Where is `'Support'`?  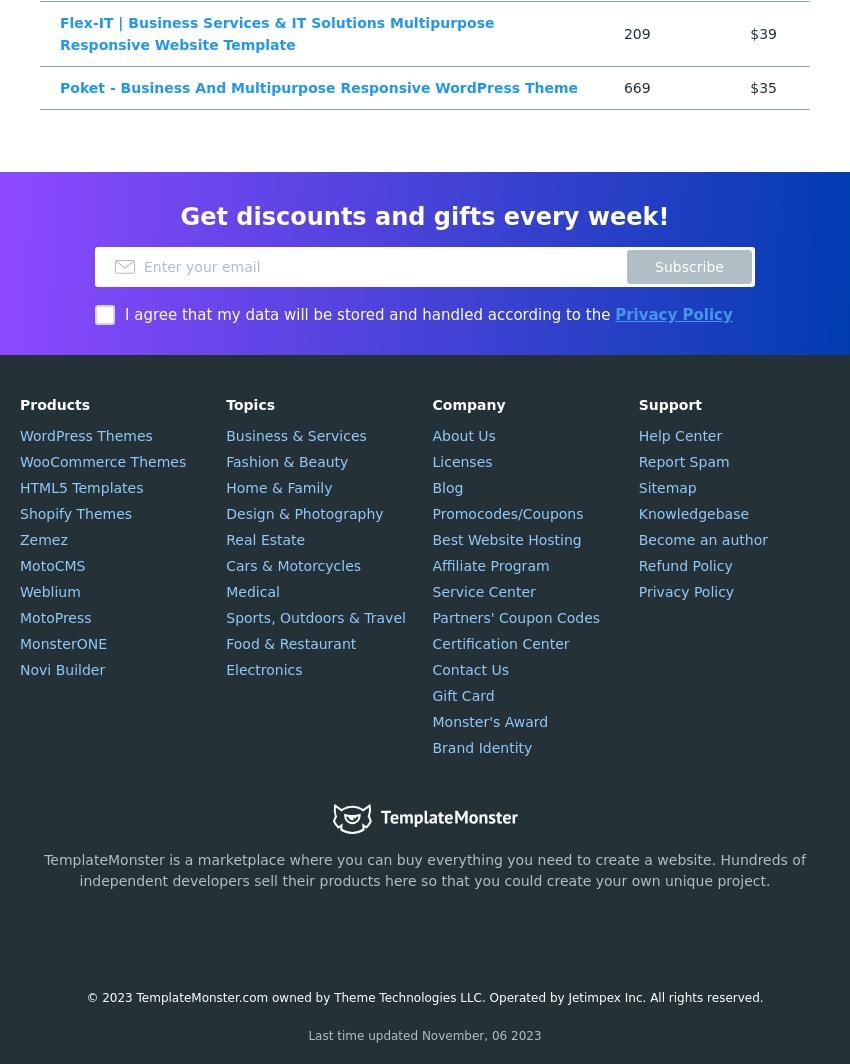
'Support' is located at coordinates (669, 404).